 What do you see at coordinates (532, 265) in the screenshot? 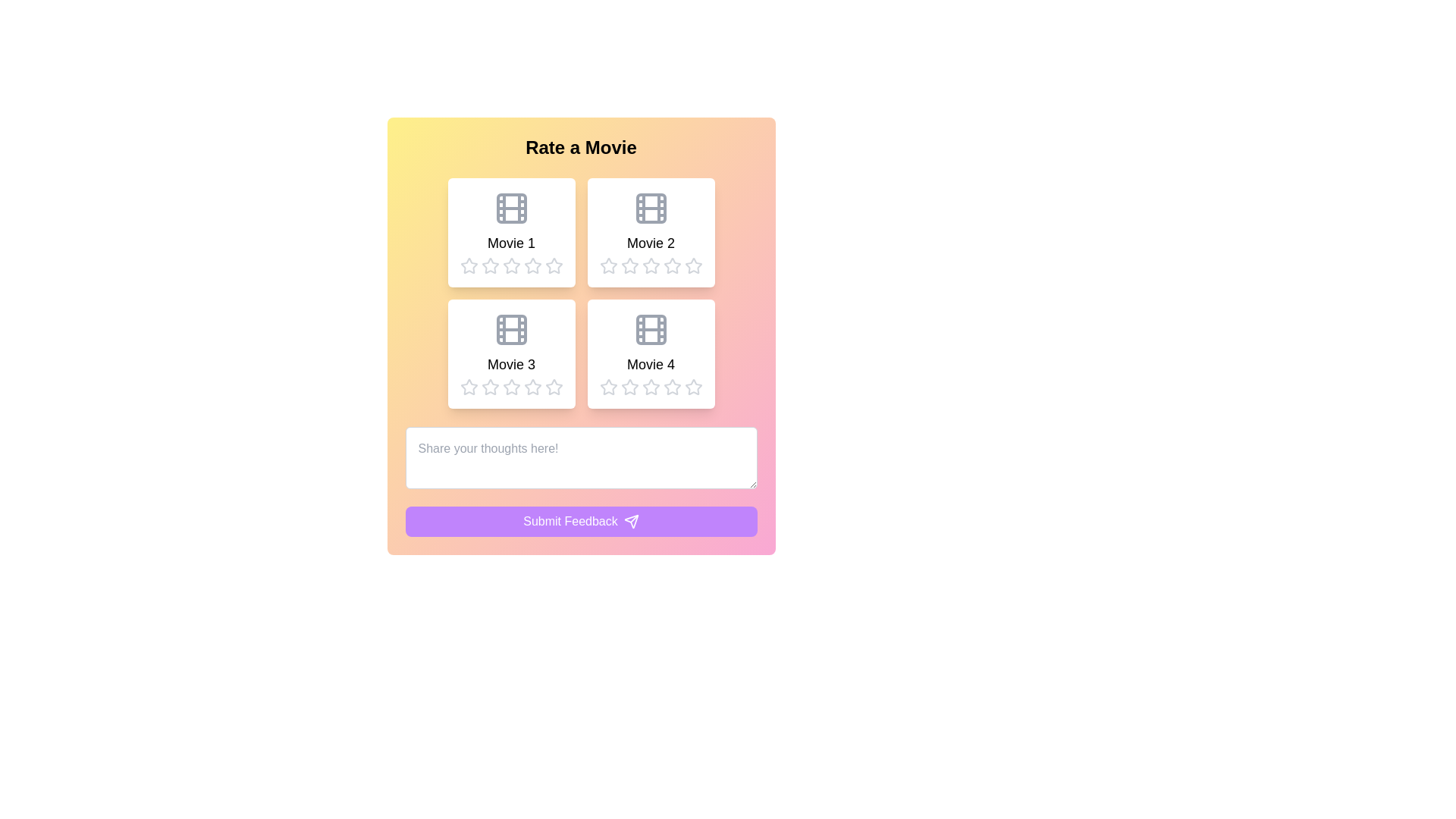
I see `the second star icon in the row of stars under the 'Movie 1' label to set a two-star rating` at bounding box center [532, 265].